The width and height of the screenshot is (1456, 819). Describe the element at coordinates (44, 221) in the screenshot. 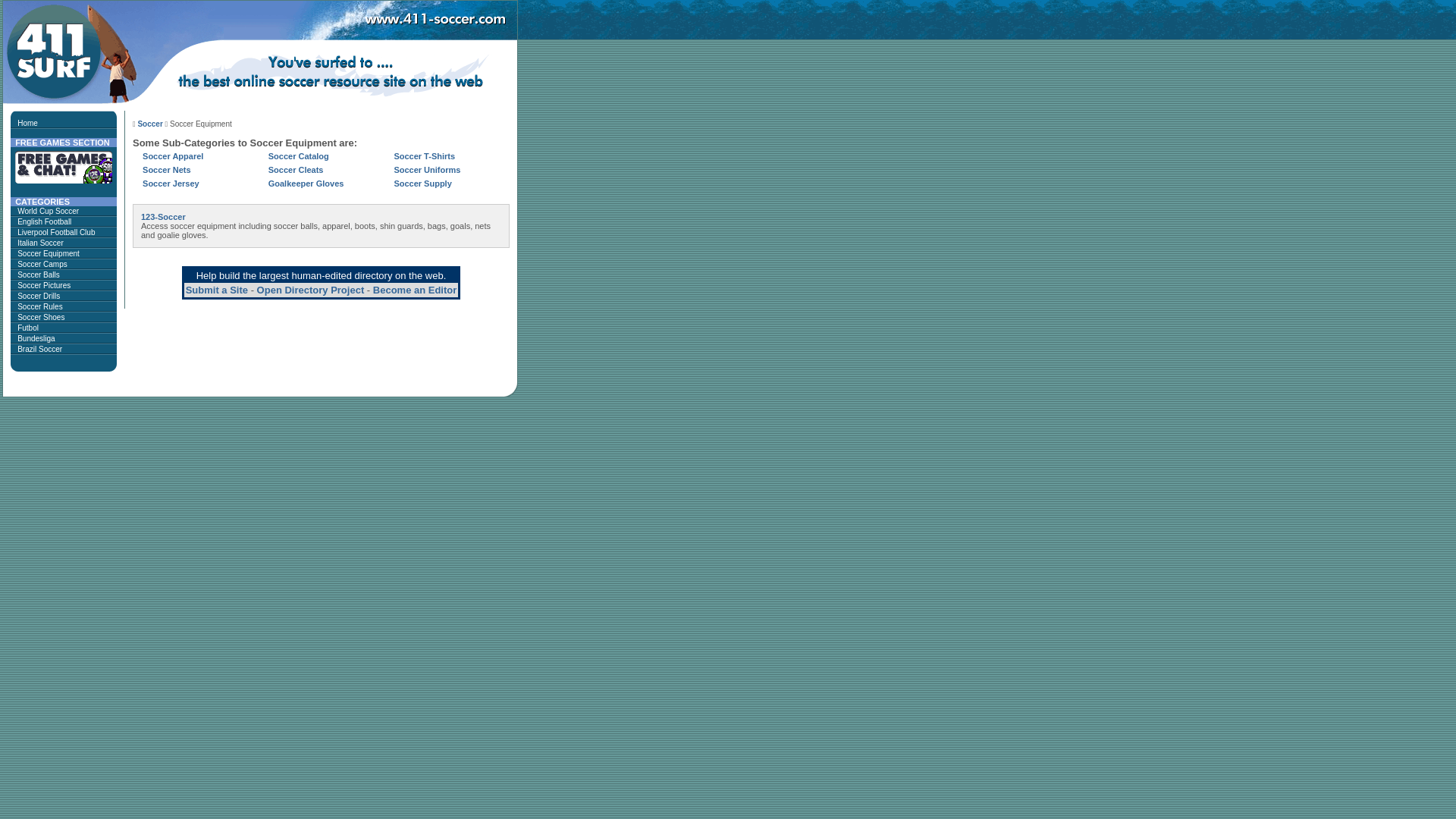

I see `'English Football'` at that location.